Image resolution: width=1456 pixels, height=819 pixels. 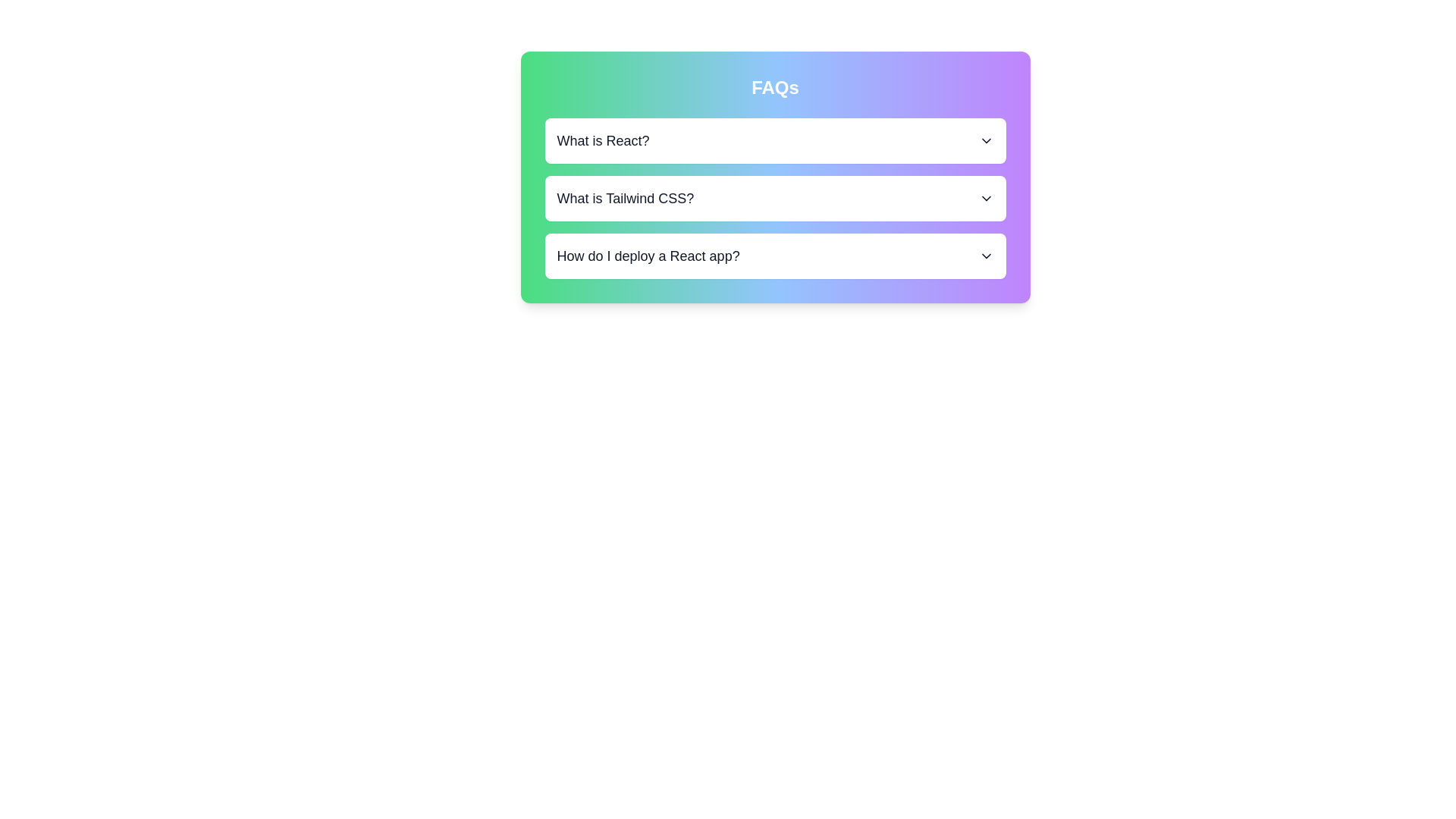 I want to click on the third FAQ item labeled 'How do I deploy a React app?', so click(x=775, y=256).